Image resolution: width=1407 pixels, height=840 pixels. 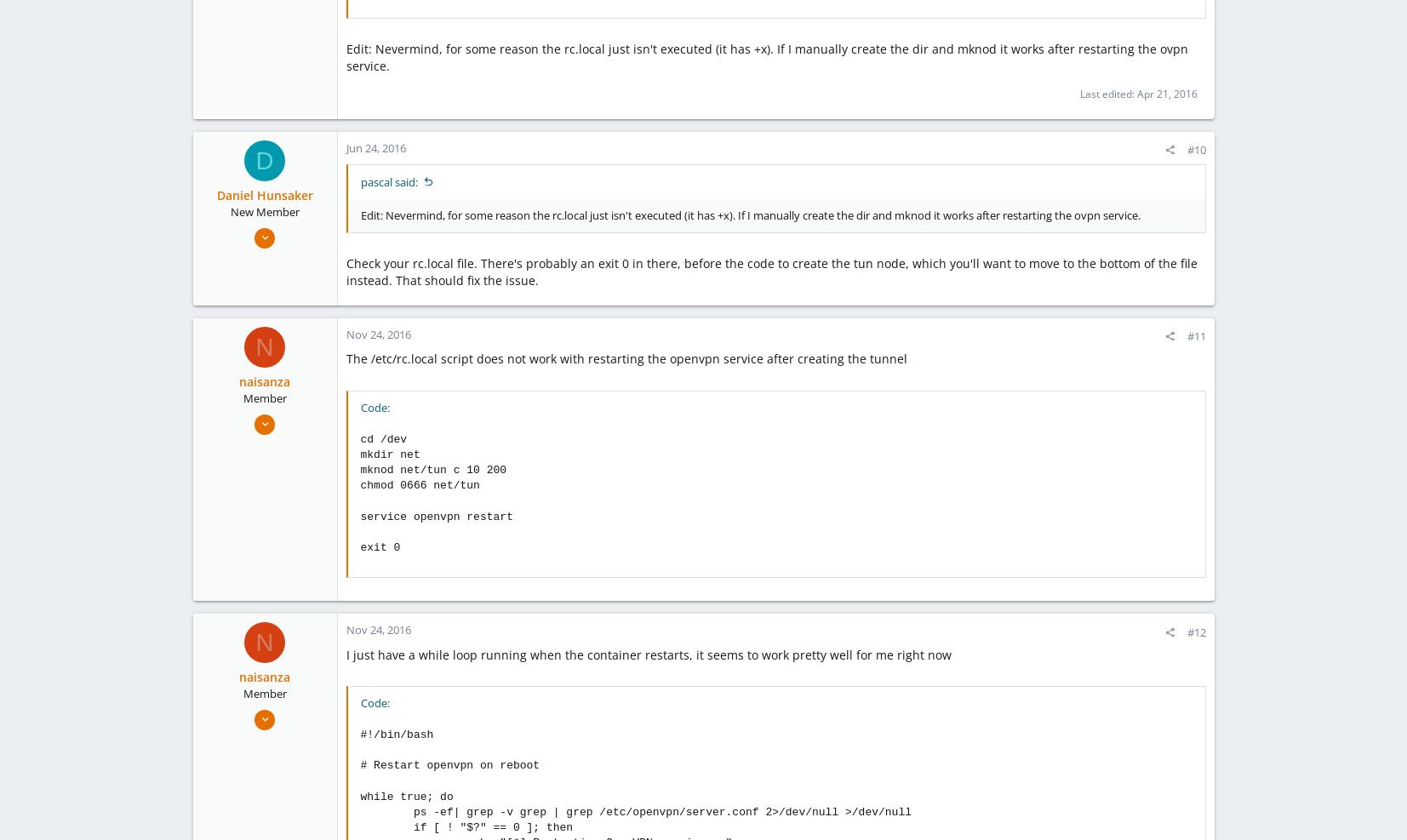 What do you see at coordinates (344, 358) in the screenshot?
I see `'The /etc/rc.local  script does not work with restarting the openvpn service after creating the tunnel'` at bounding box center [344, 358].